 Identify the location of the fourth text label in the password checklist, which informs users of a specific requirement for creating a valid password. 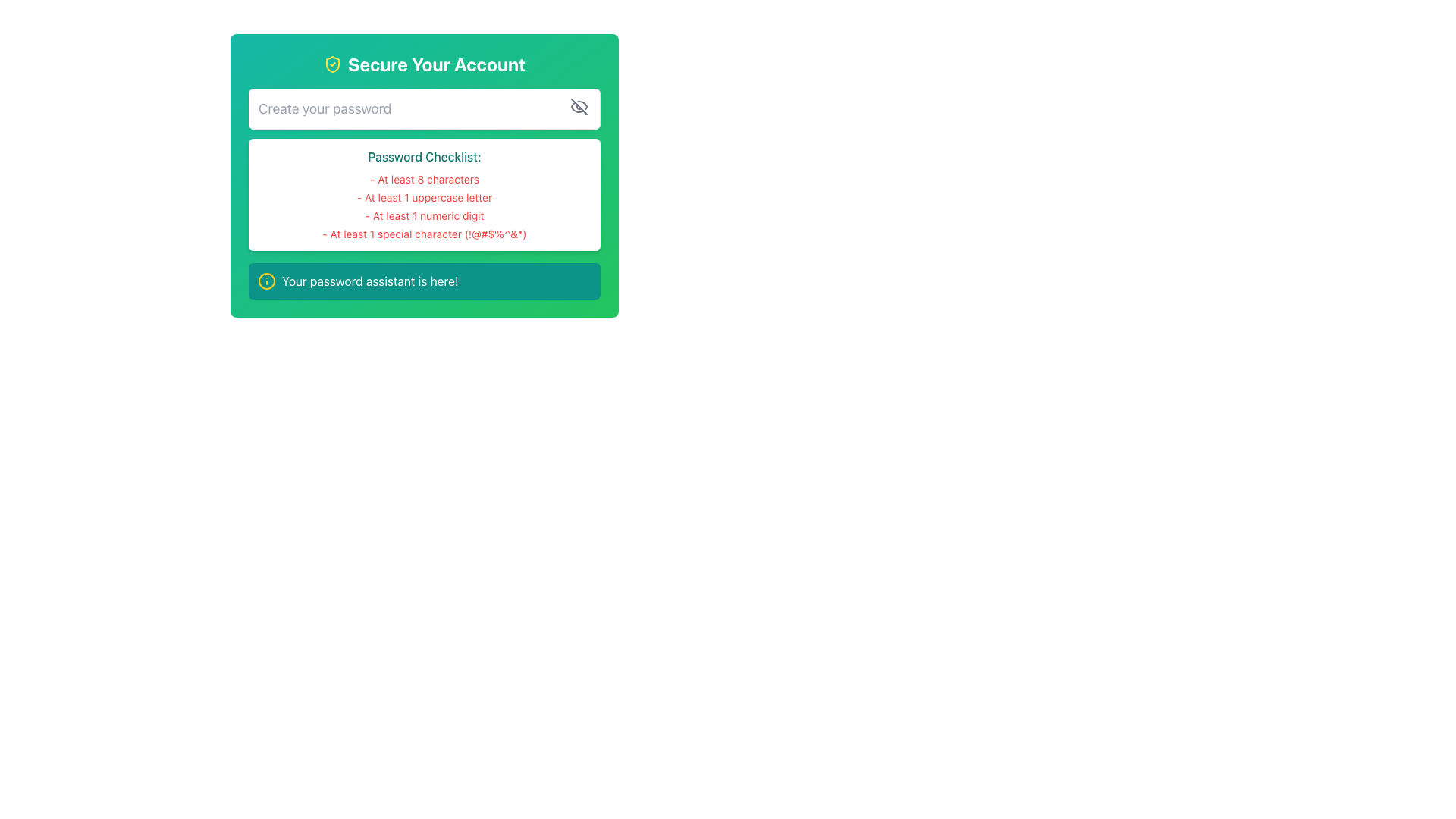
(425, 234).